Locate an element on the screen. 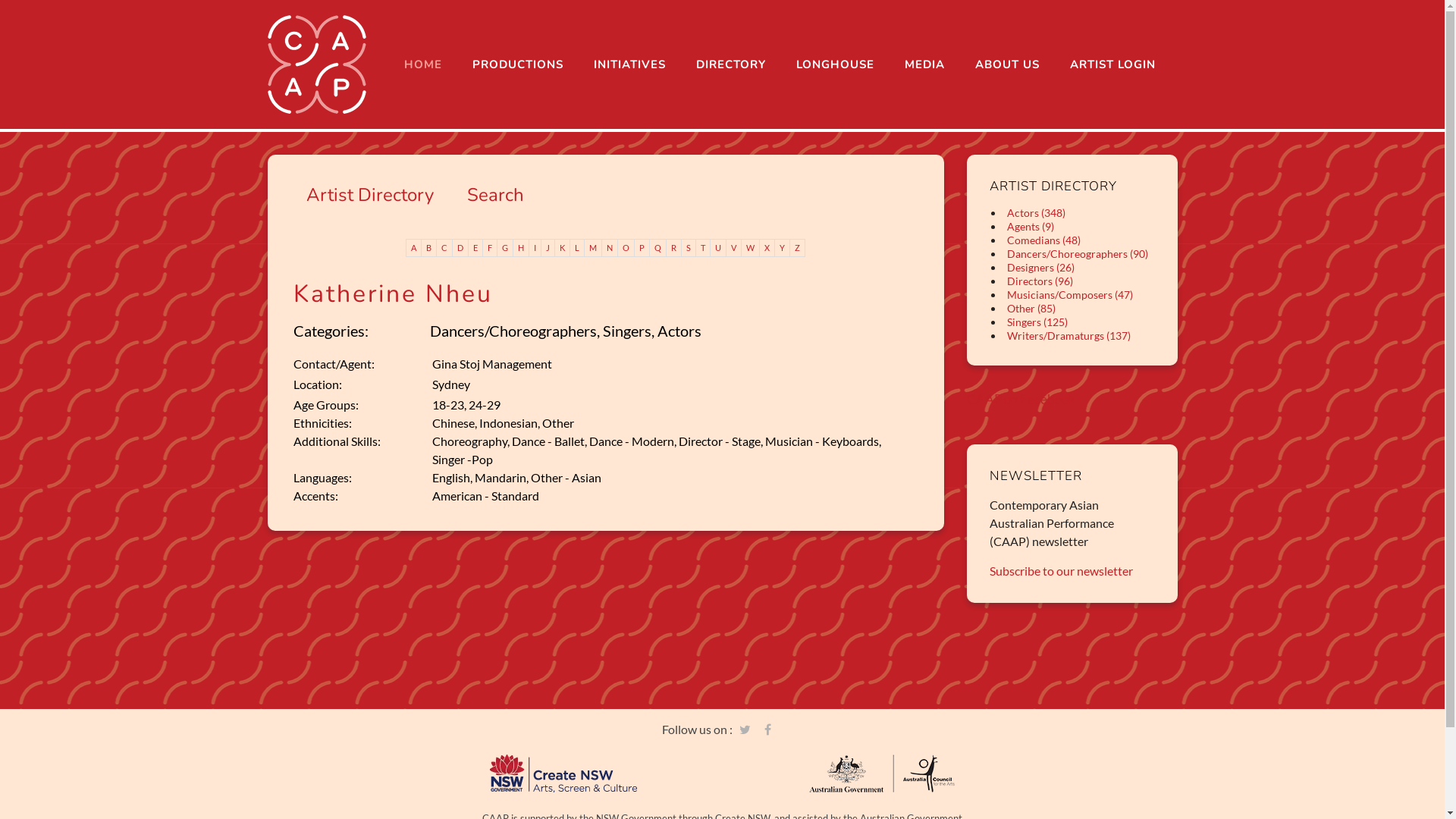 This screenshot has width=1456, height=819. 'Dancers/Choreographers (90)' is located at coordinates (1003, 253).